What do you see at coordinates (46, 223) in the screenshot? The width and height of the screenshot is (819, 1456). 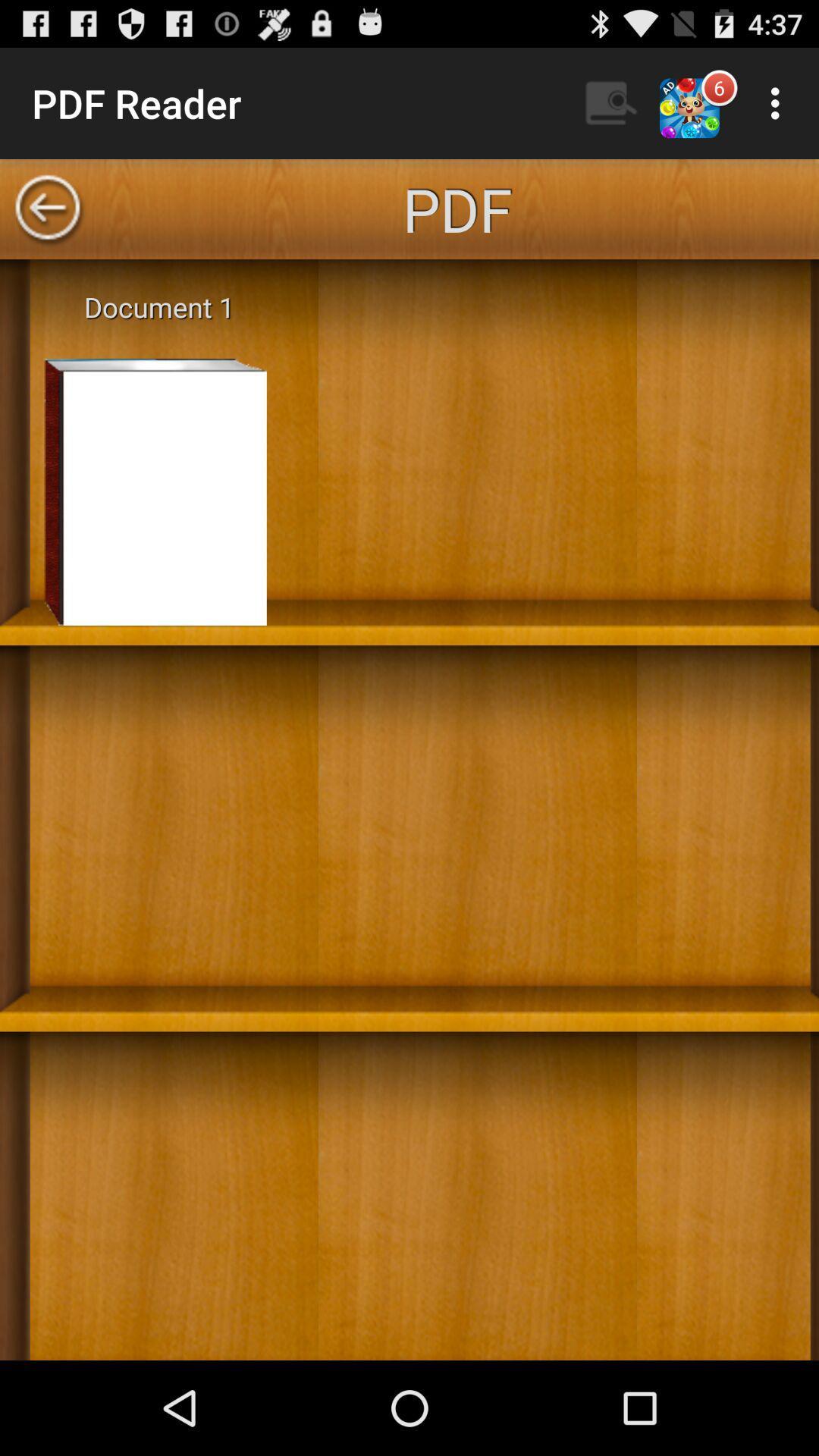 I see `the arrow_backward icon` at bounding box center [46, 223].